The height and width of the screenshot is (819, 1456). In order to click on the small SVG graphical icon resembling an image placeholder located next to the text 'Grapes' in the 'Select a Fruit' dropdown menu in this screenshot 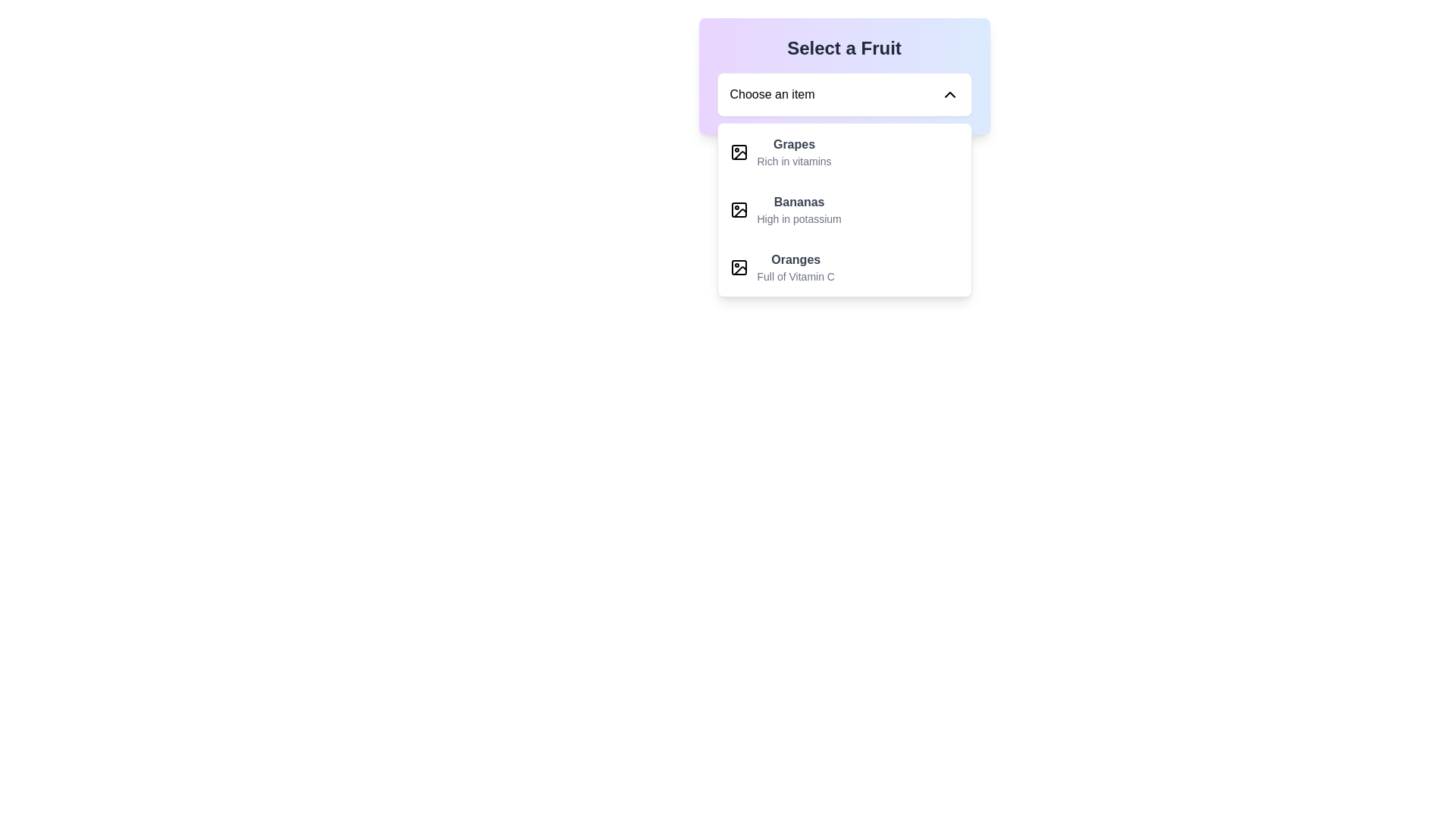, I will do `click(739, 152)`.